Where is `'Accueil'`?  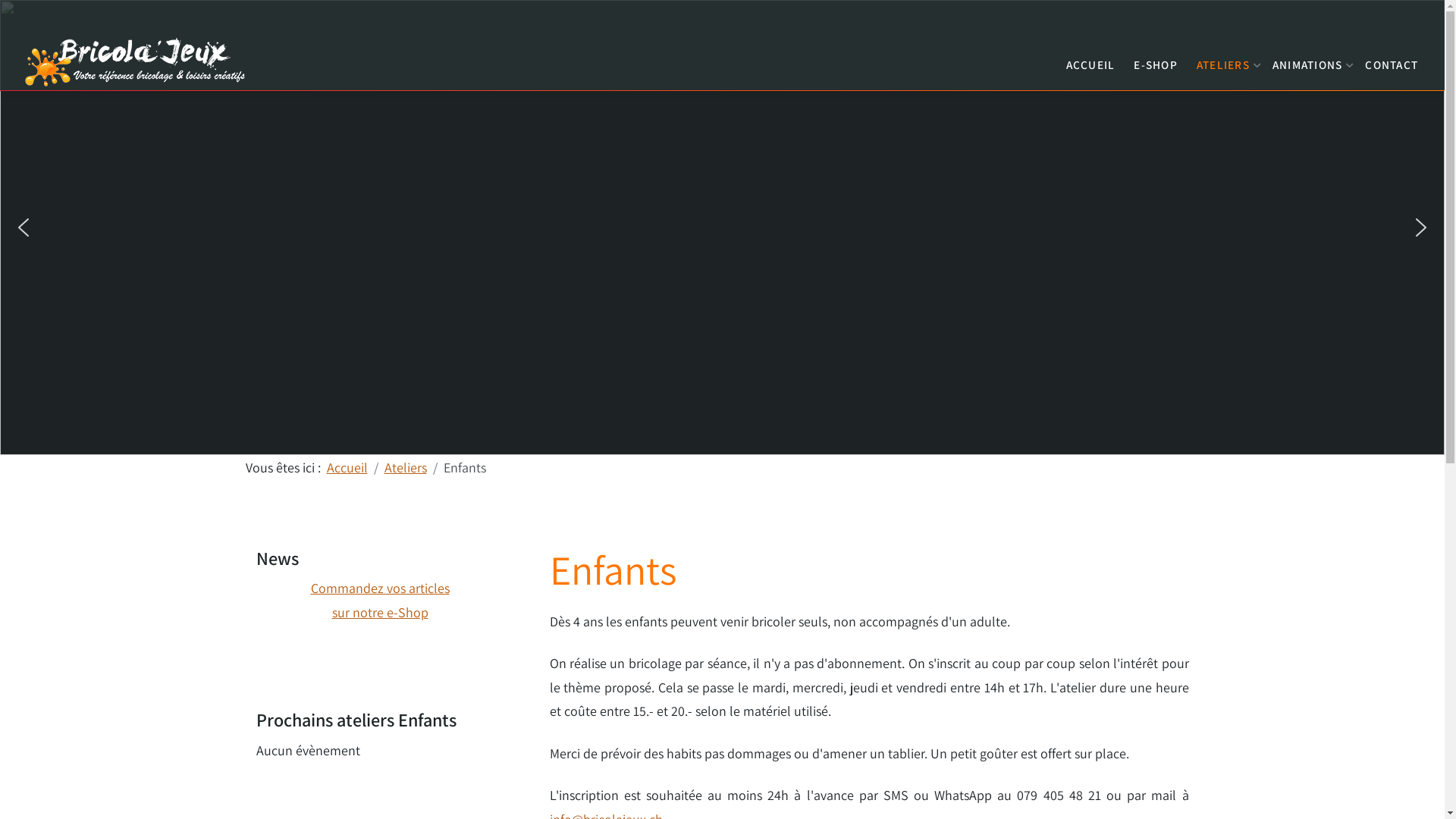 'Accueil' is located at coordinates (345, 466).